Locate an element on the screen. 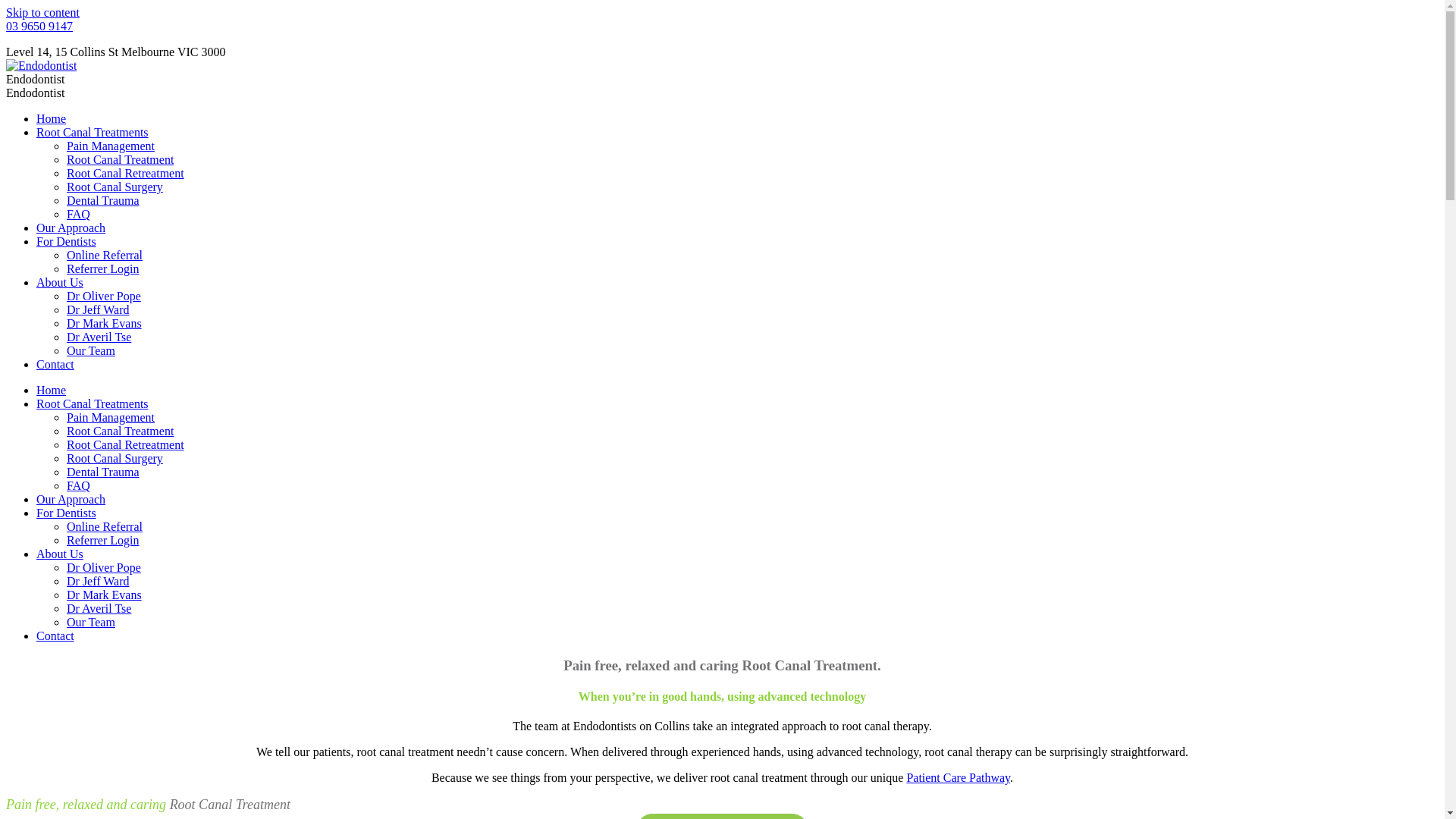 This screenshot has height=819, width=1456. 'FAQ' is located at coordinates (77, 485).